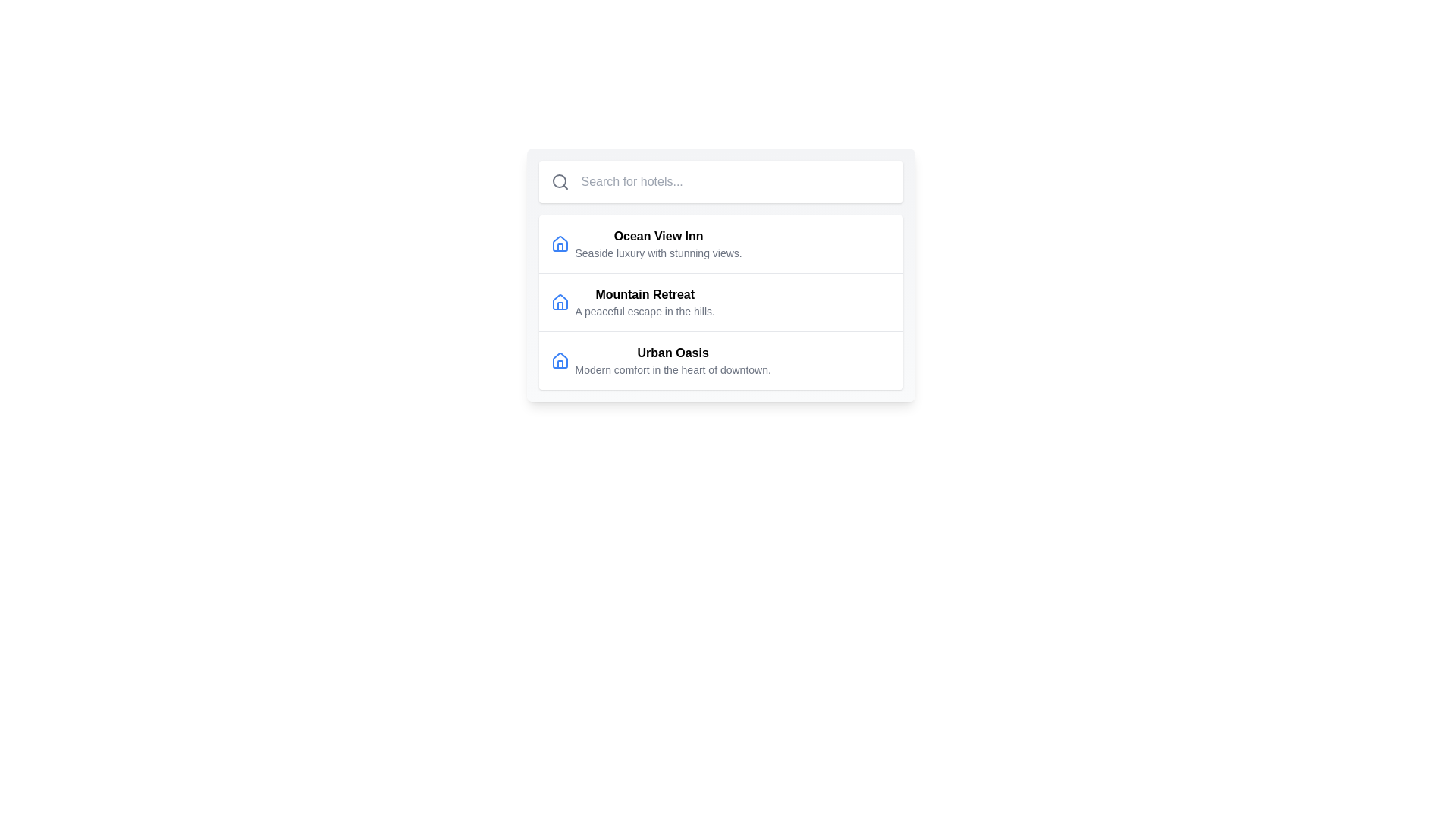 This screenshot has height=819, width=1456. I want to click on the static text providing a descriptive tagline for the 'Mountain Retreat' entry, located as the second line of text under the title 'Mountain Retreat', so click(645, 311).